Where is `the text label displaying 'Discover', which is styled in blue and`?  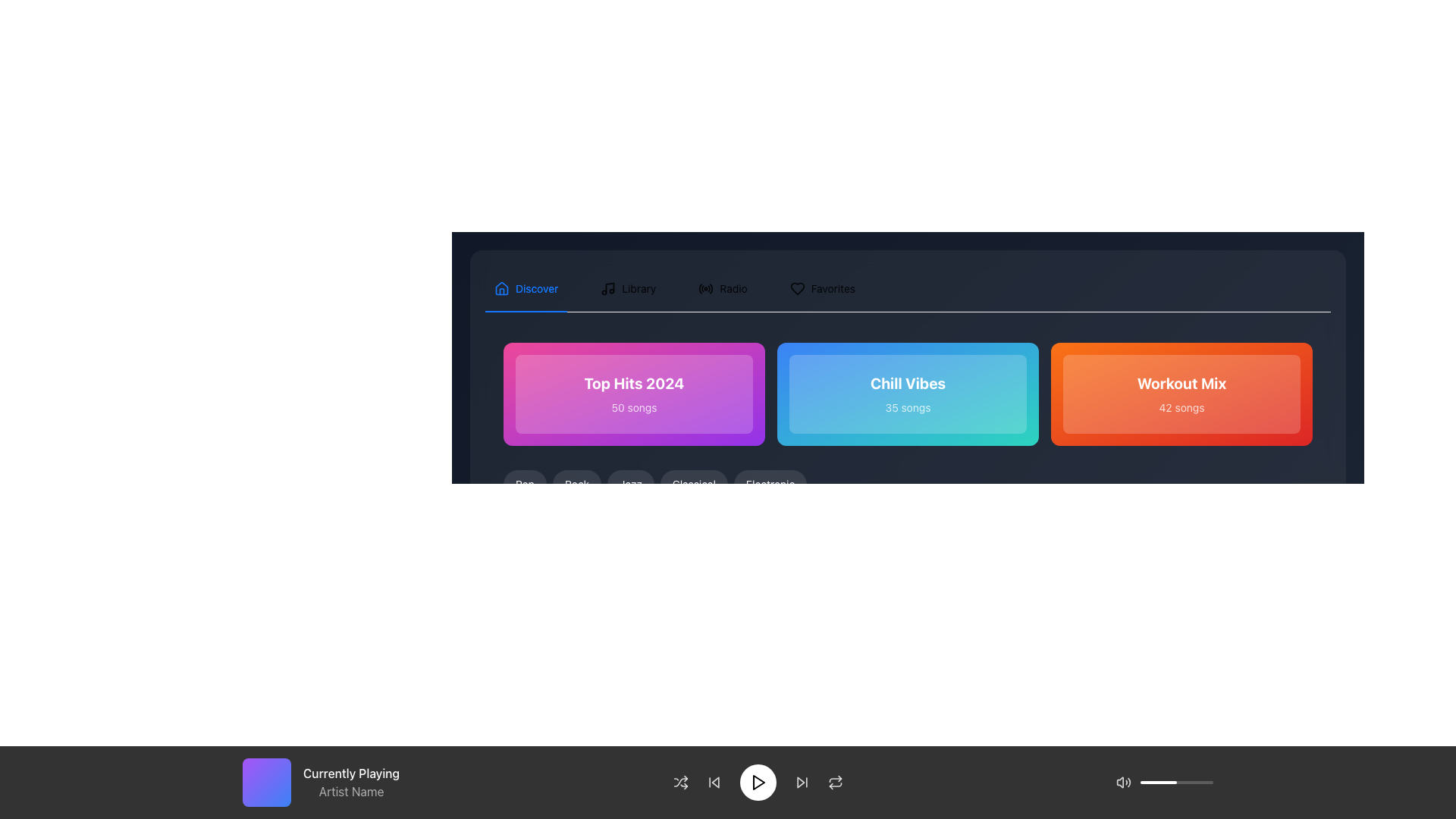
the text label displaying 'Discover', which is styled in blue and is located at coordinates (537, 289).